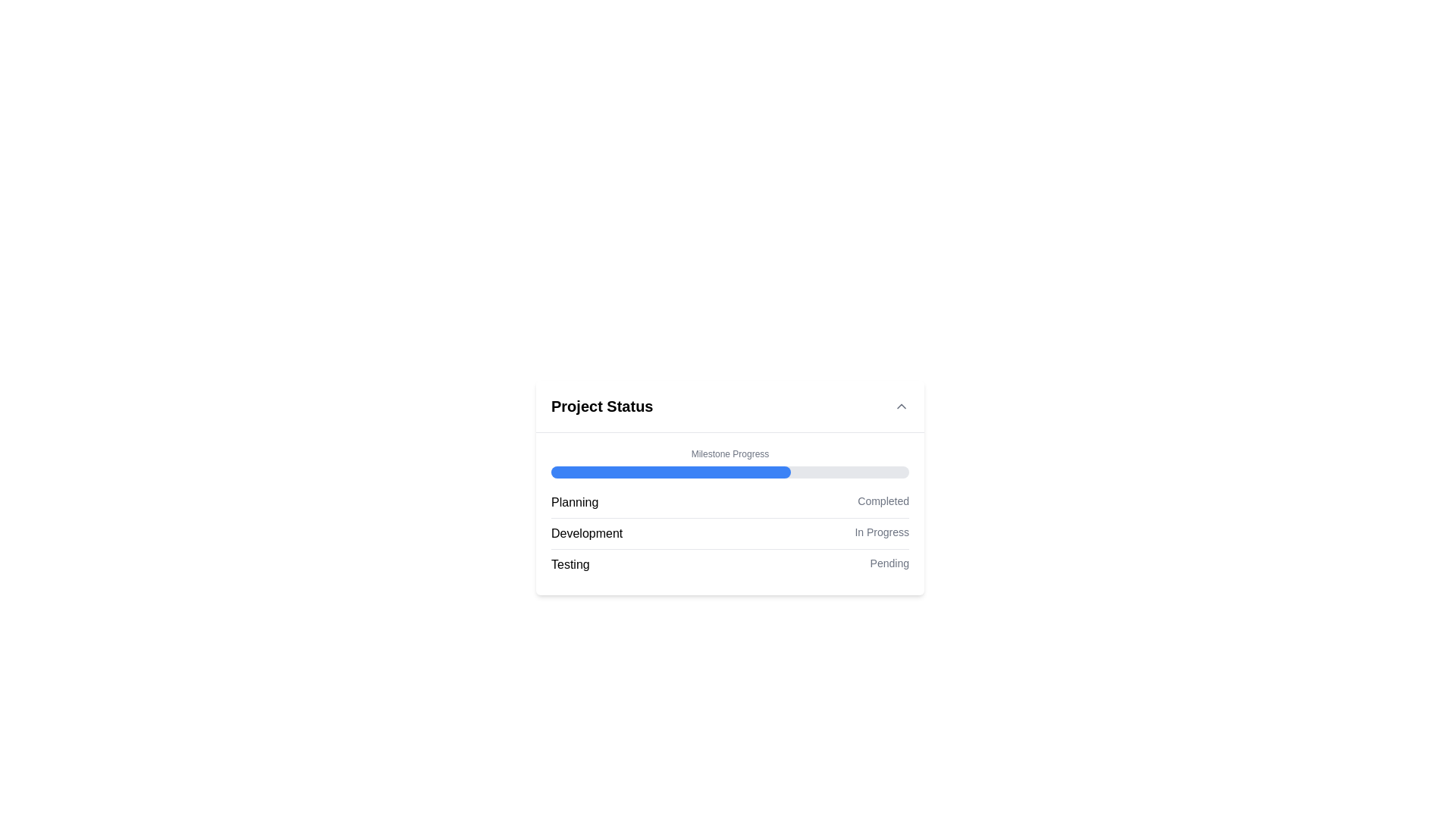  Describe the element at coordinates (730, 533) in the screenshot. I see `contents of the status update row labeled 'Development' under the 'Milestone Progress' section to understand the project's state` at that location.